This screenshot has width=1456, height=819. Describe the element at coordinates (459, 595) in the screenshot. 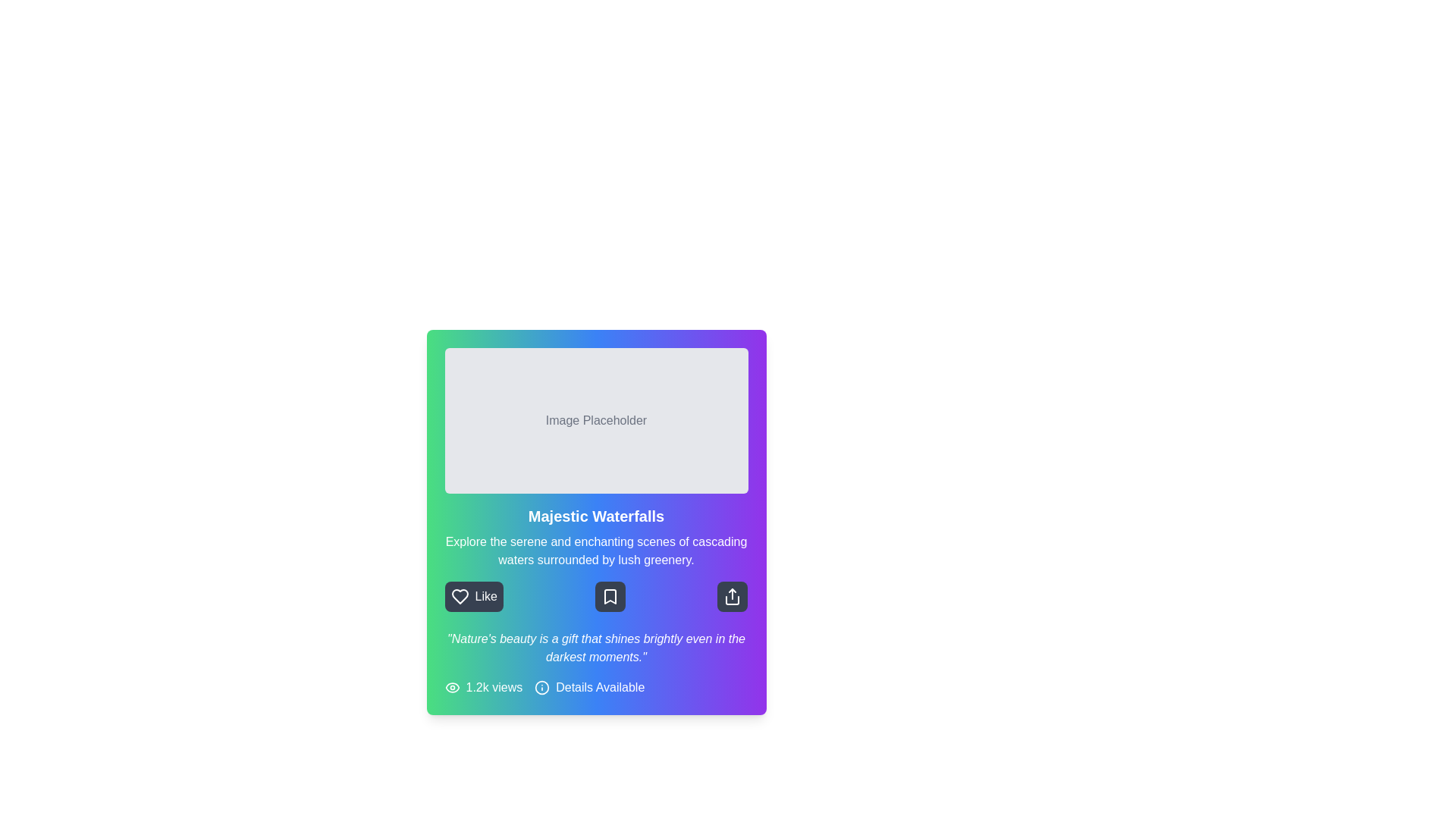

I see `the heart icon located in the 'Like' button group` at that location.